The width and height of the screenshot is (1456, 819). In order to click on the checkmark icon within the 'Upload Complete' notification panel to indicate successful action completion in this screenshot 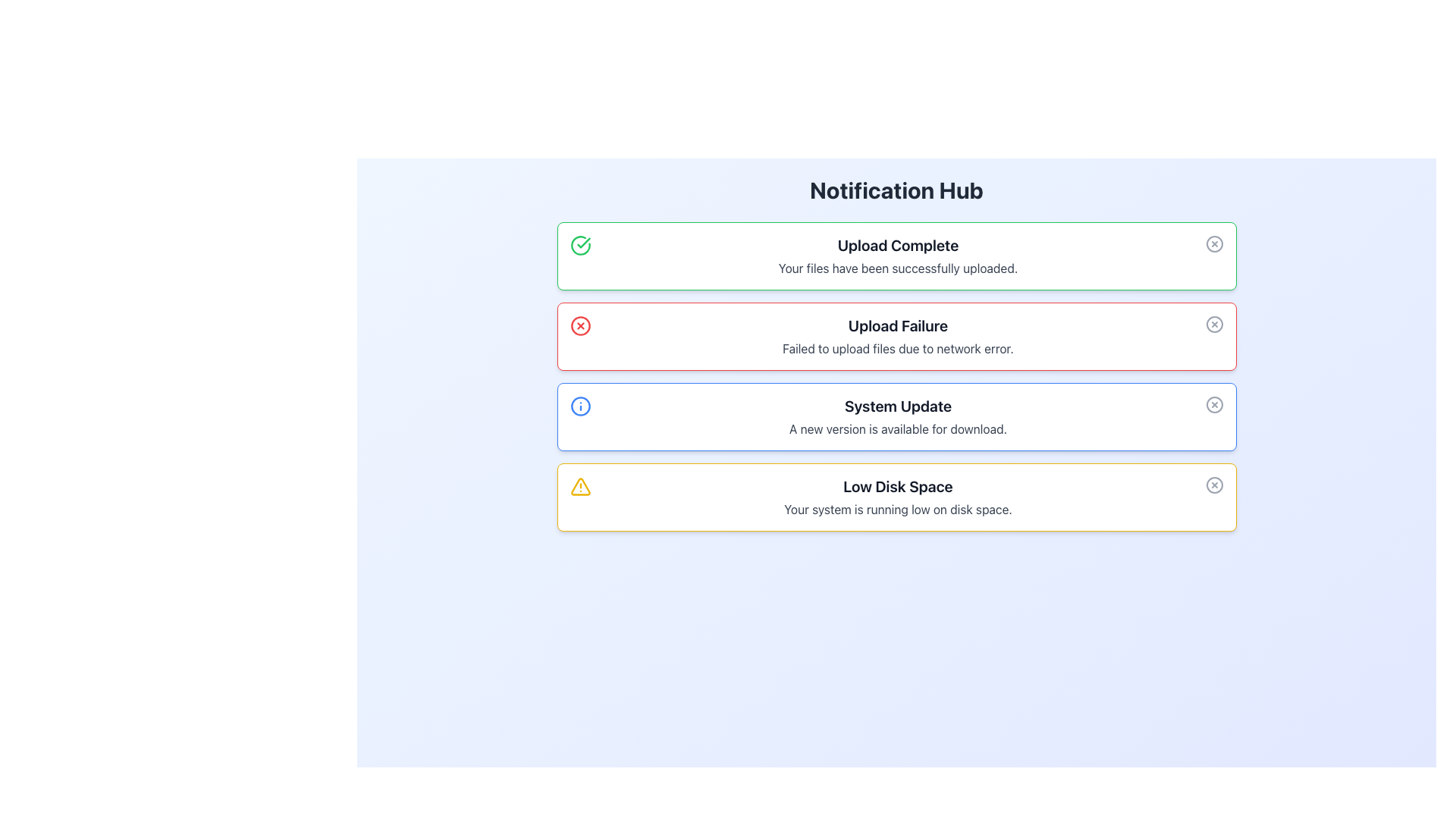, I will do `click(582, 242)`.